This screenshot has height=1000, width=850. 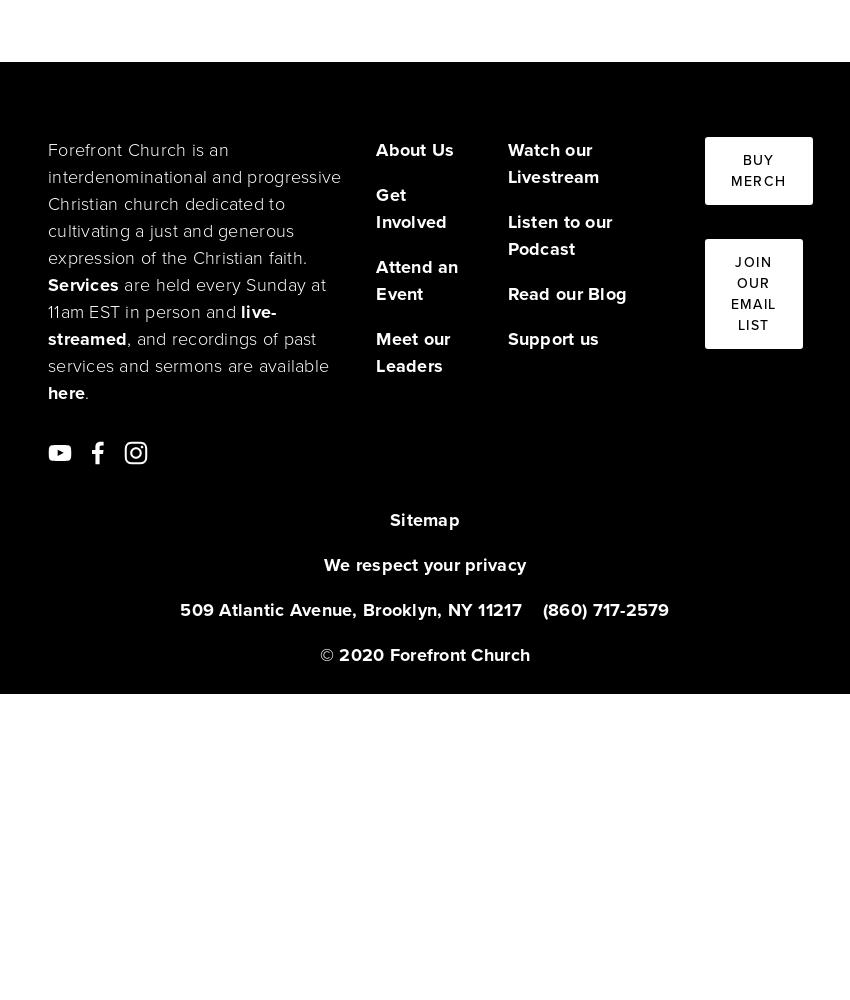 What do you see at coordinates (424, 520) in the screenshot?
I see `'Sitemap'` at bounding box center [424, 520].